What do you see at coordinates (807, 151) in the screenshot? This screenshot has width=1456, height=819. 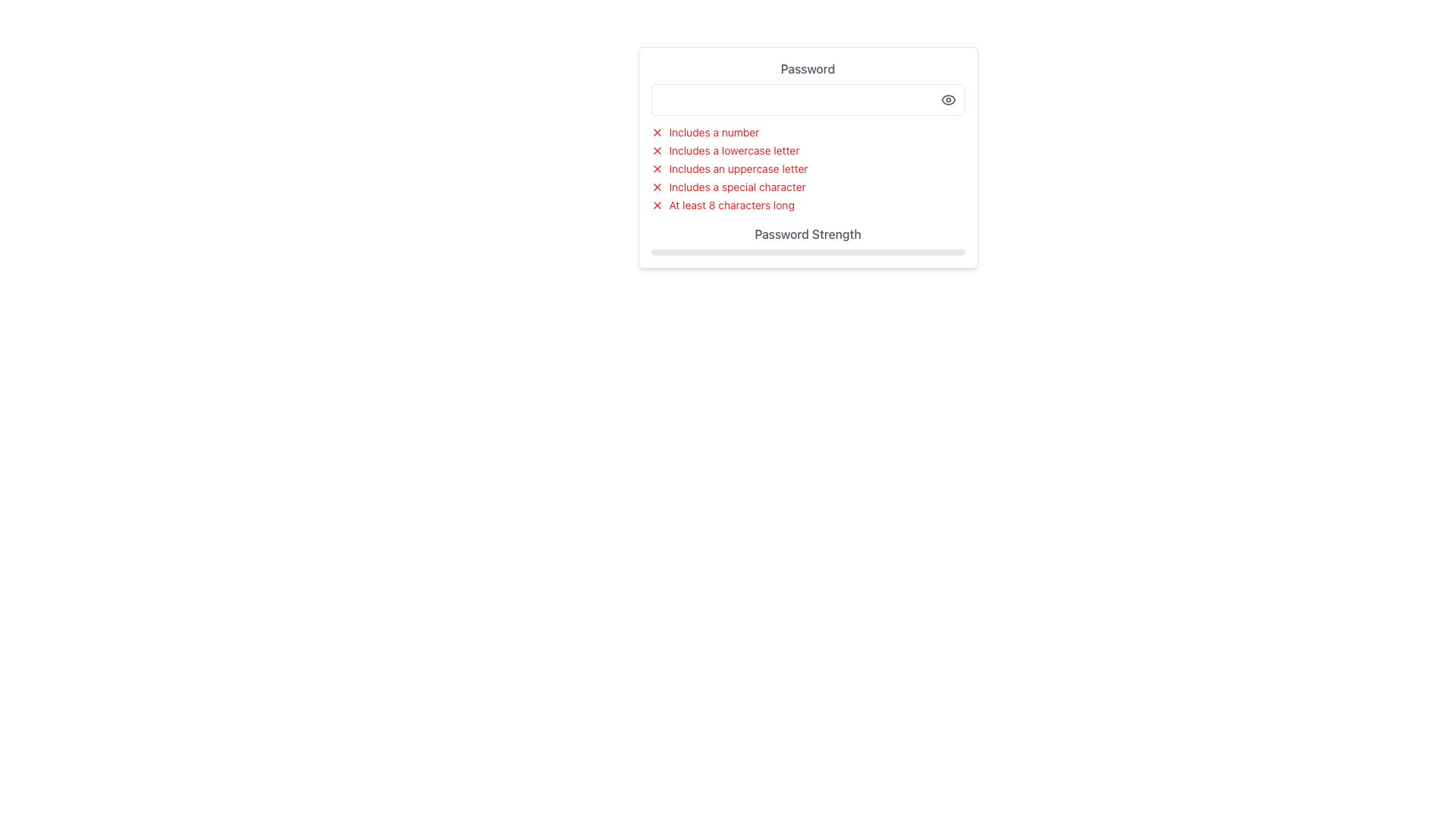 I see `text 'Includes a lowercase letter' which is styled in a small font size and red color, located as the second item in the list of password strength criteria below the password input field` at bounding box center [807, 151].